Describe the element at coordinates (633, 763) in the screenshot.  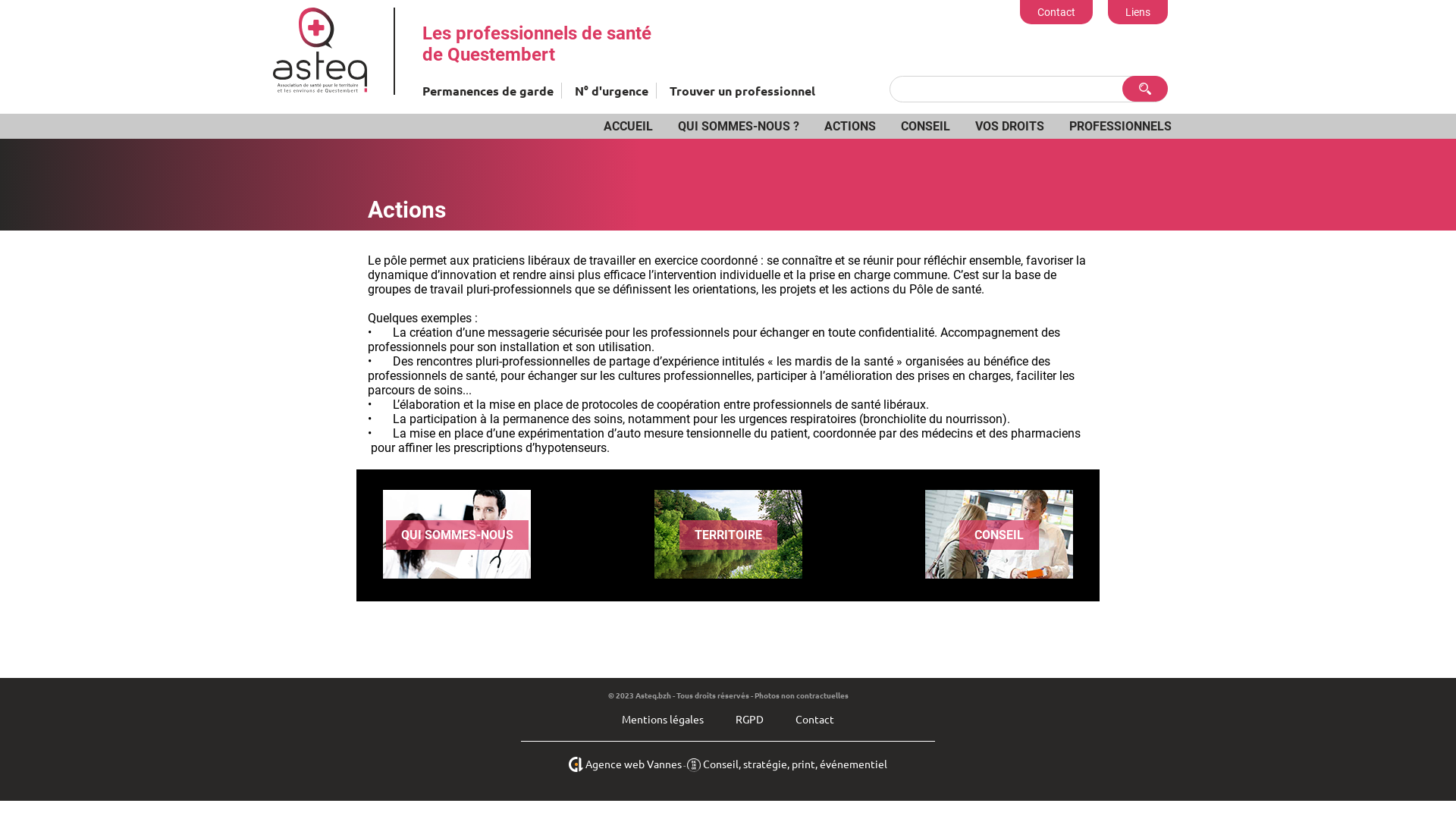
I see `'Agence web Vannes'` at that location.